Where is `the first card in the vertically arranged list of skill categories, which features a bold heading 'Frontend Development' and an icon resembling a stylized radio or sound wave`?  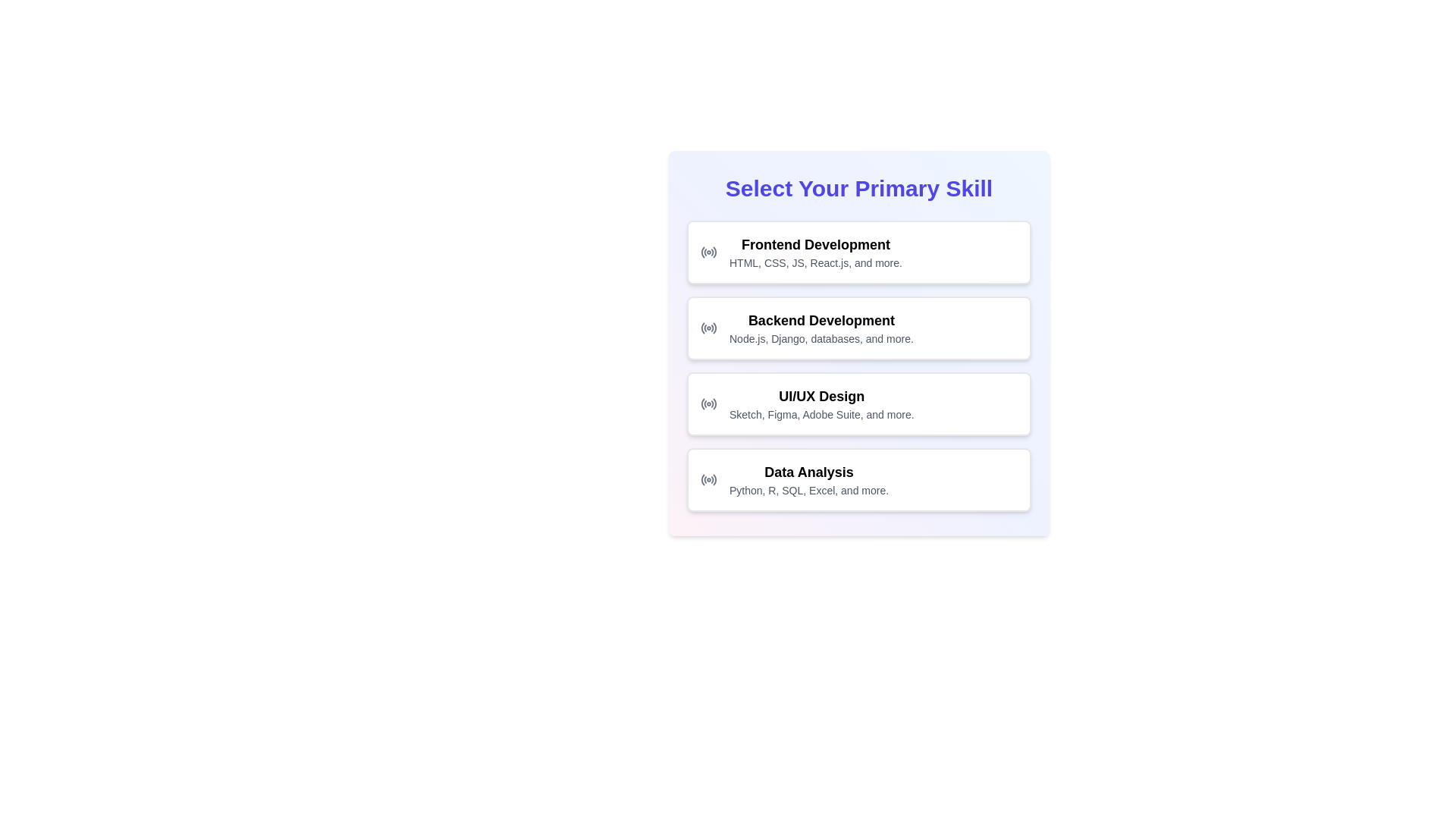 the first card in the vertically arranged list of skill categories, which features a bold heading 'Frontend Development' and an icon resembling a stylized radio or sound wave is located at coordinates (858, 251).